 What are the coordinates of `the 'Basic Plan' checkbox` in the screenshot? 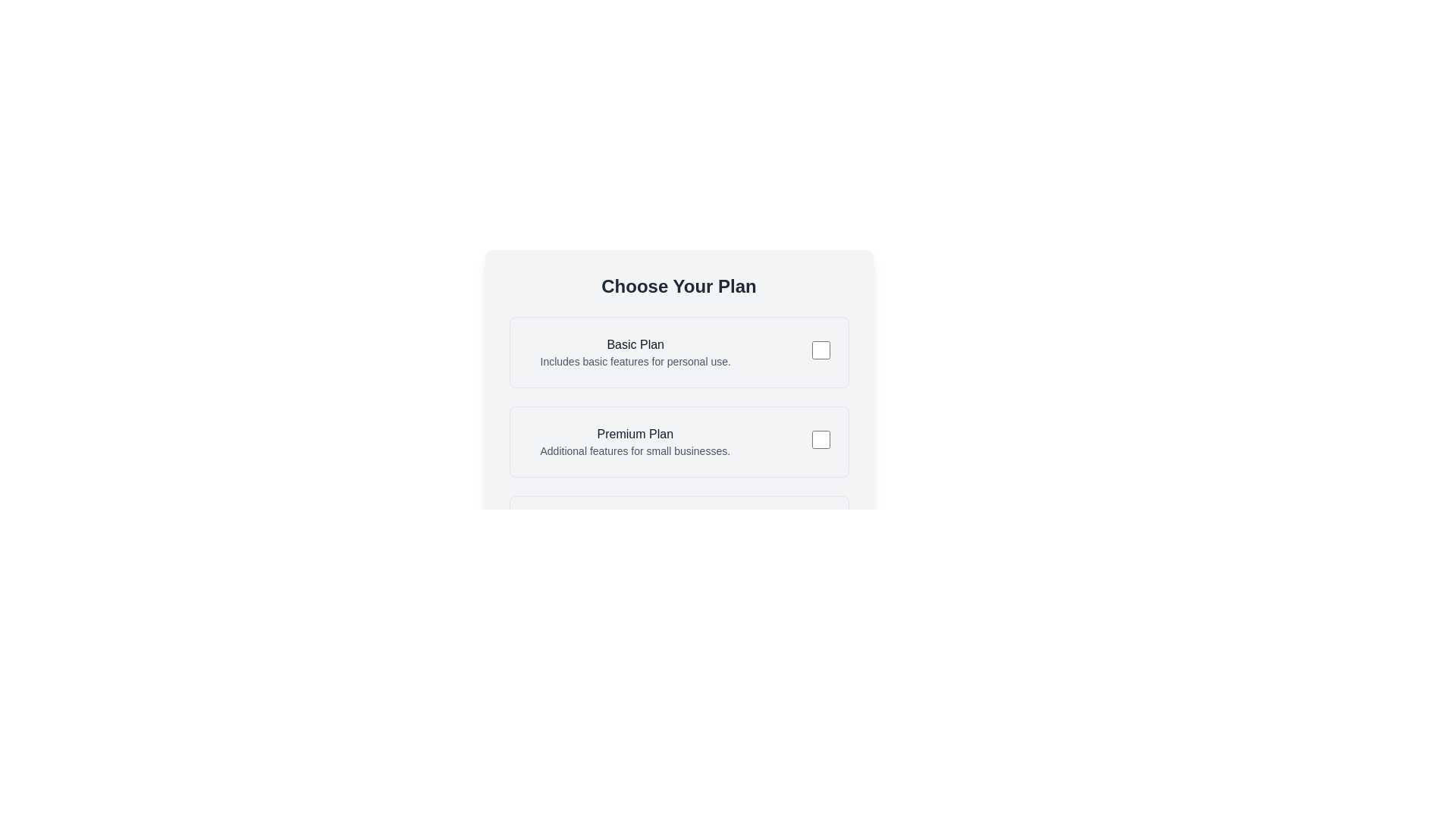 It's located at (820, 350).